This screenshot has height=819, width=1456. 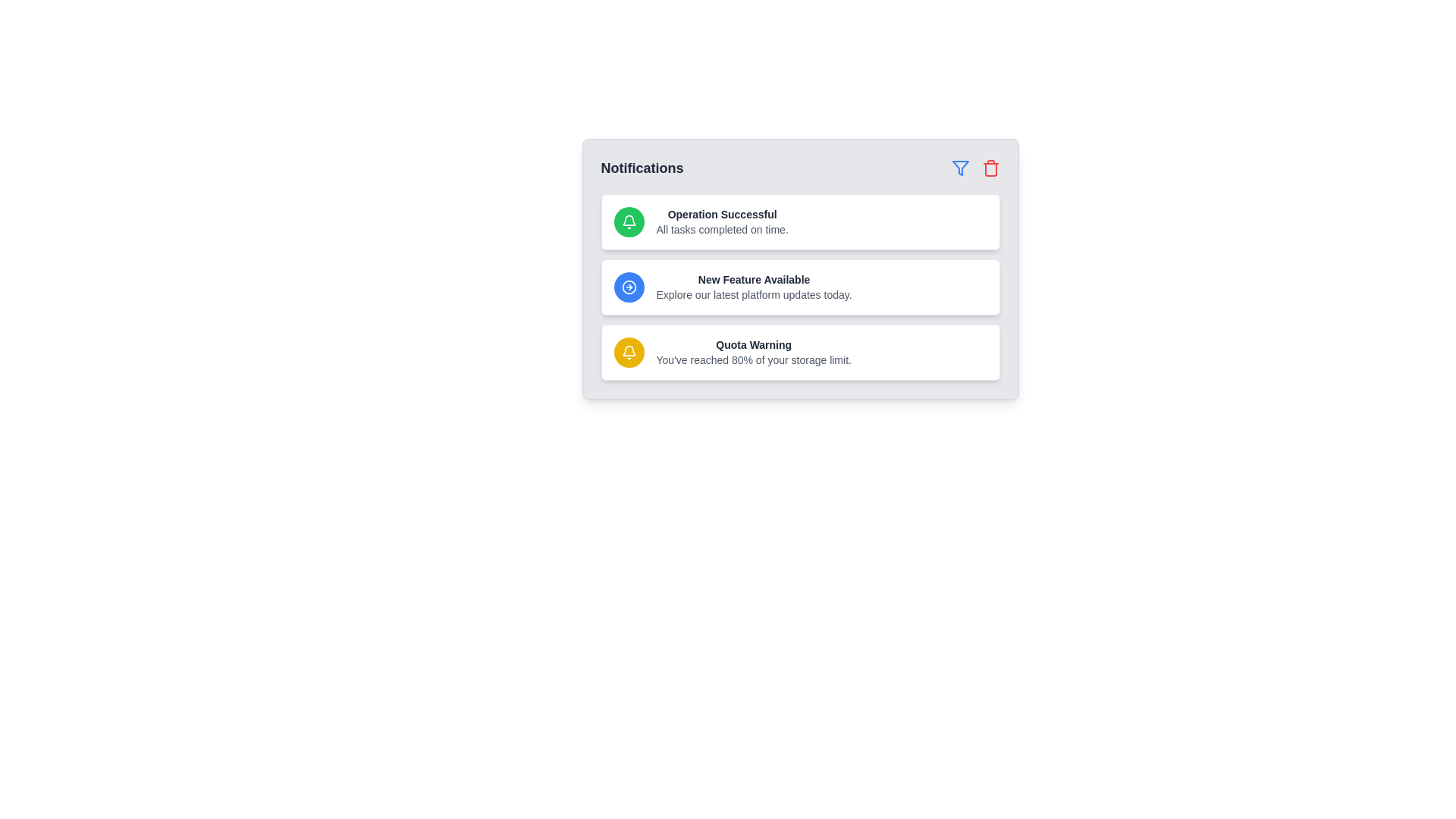 I want to click on the notification displayed in the first notification card, which features a green bell icon and the text 'Operation Successful', so click(x=799, y=222).